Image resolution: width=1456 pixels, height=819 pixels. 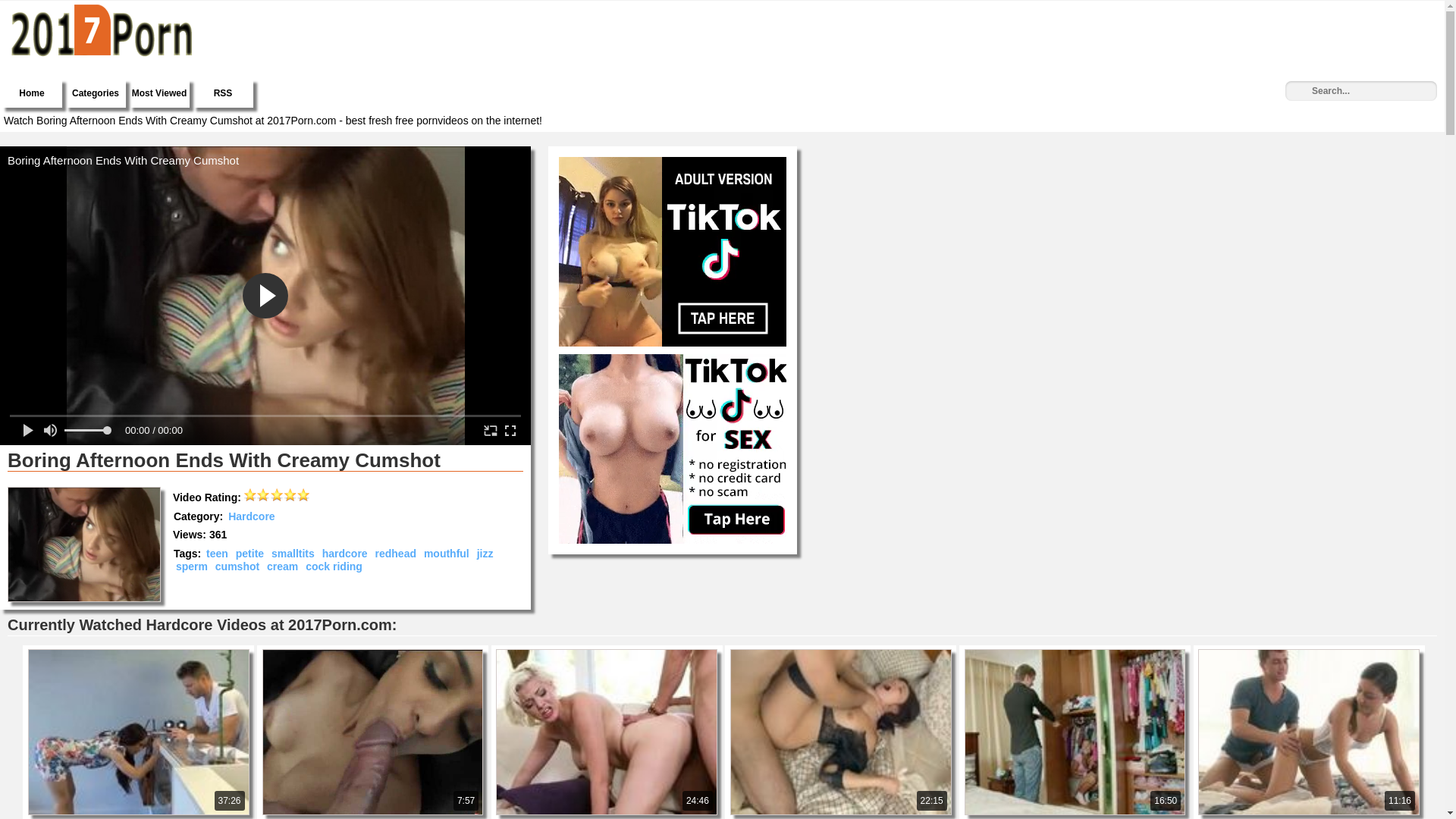 What do you see at coordinates (282, 566) in the screenshot?
I see `'cream'` at bounding box center [282, 566].